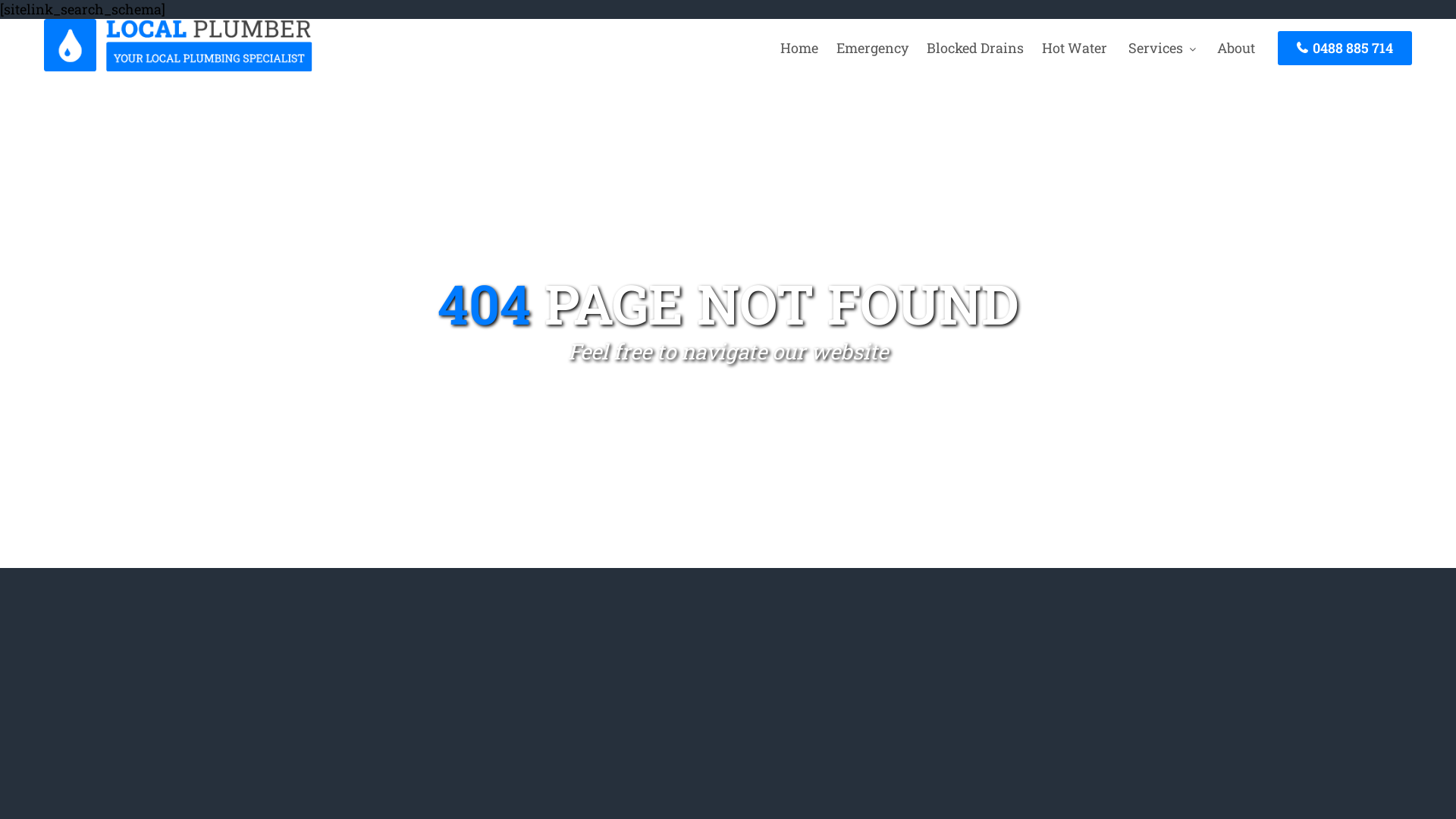 The width and height of the screenshot is (1456, 819). Describe the element at coordinates (975, 46) in the screenshot. I see `'Blocked Drains'` at that location.